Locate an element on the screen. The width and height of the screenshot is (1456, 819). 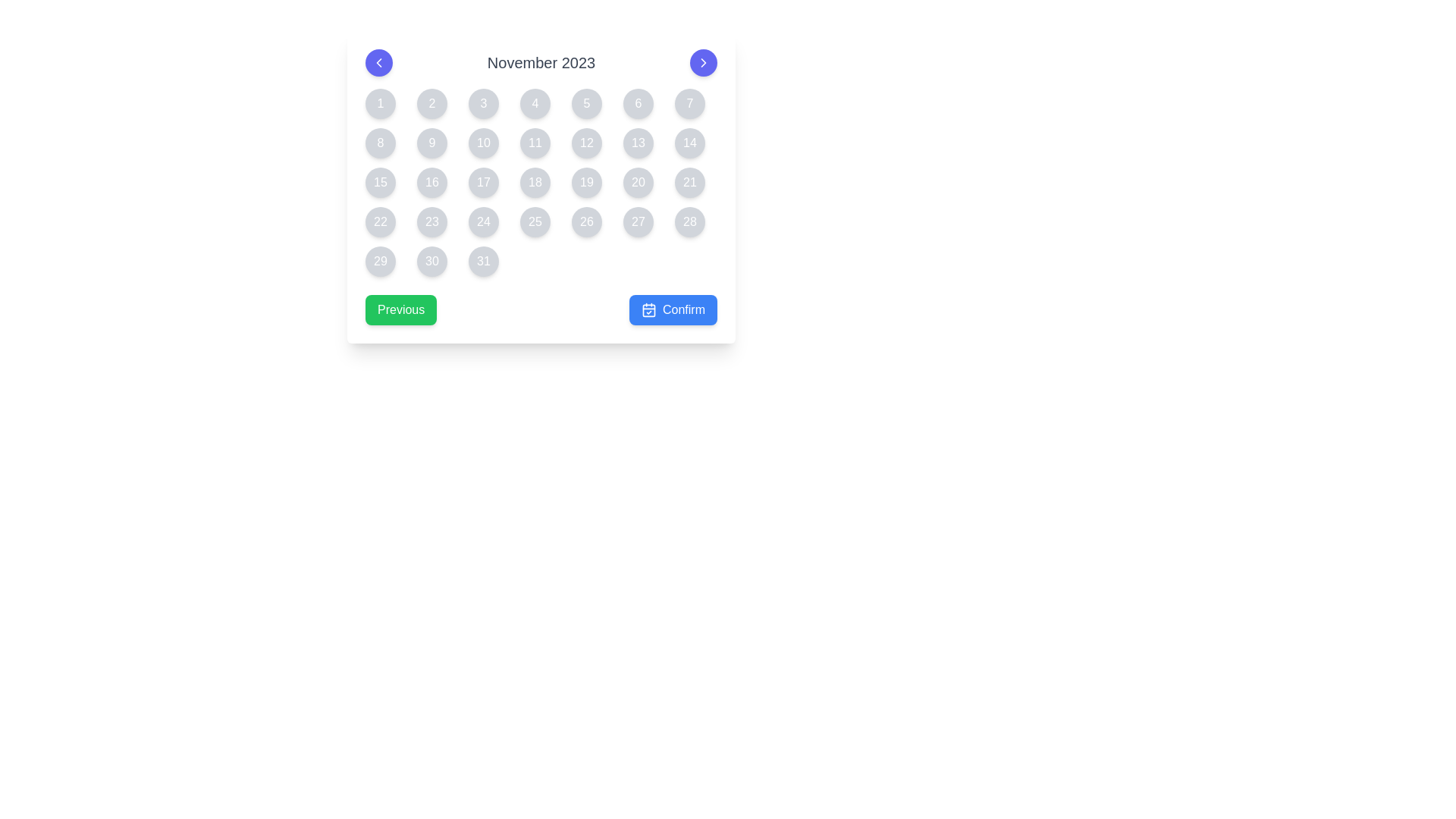
the circular button with a gray background and the text '25' is located at coordinates (535, 222).